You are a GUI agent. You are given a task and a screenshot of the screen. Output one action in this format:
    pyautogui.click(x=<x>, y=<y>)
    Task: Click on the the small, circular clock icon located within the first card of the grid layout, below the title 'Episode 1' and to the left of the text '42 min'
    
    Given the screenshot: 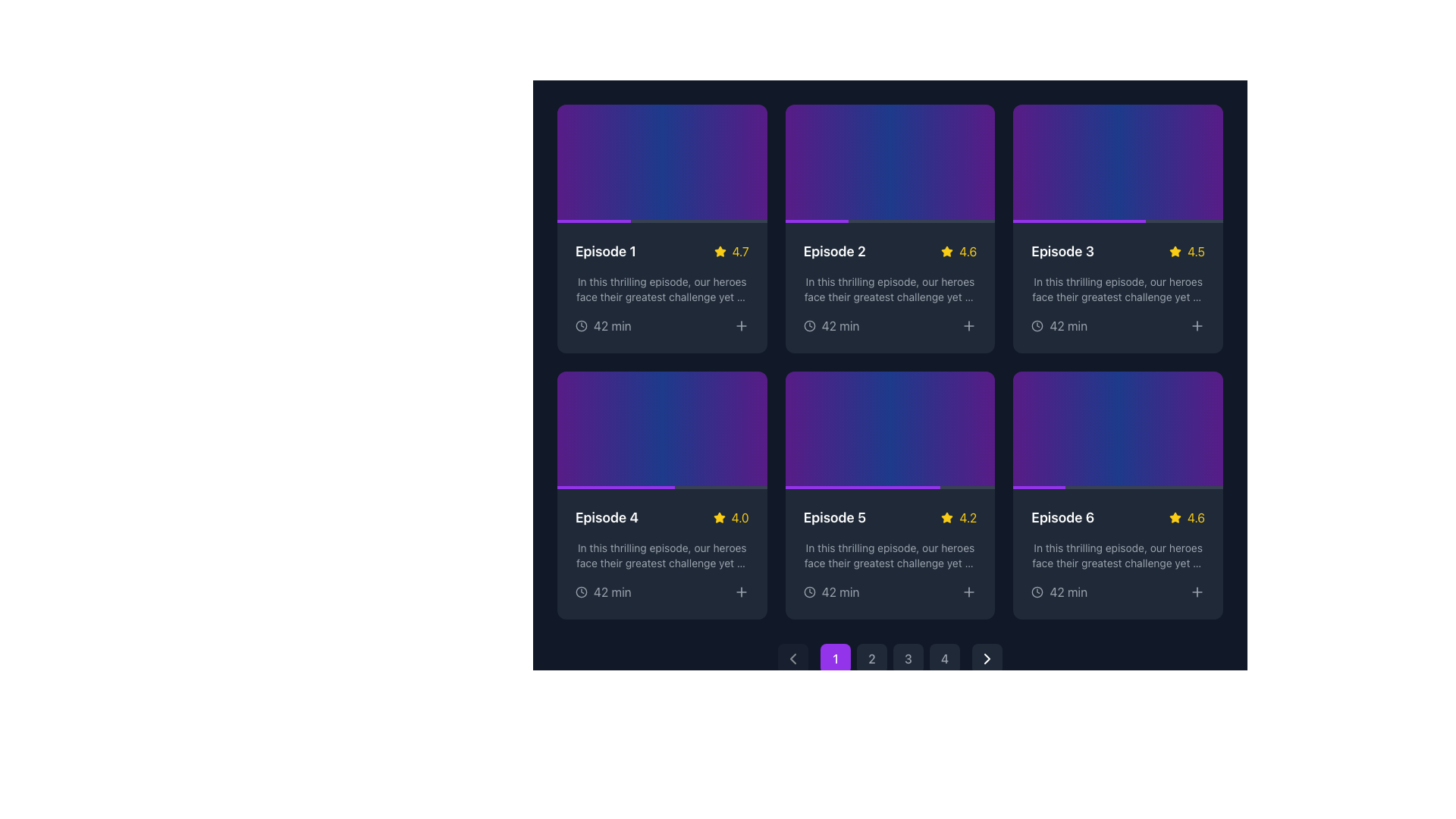 What is the action you would take?
    pyautogui.click(x=581, y=324)
    